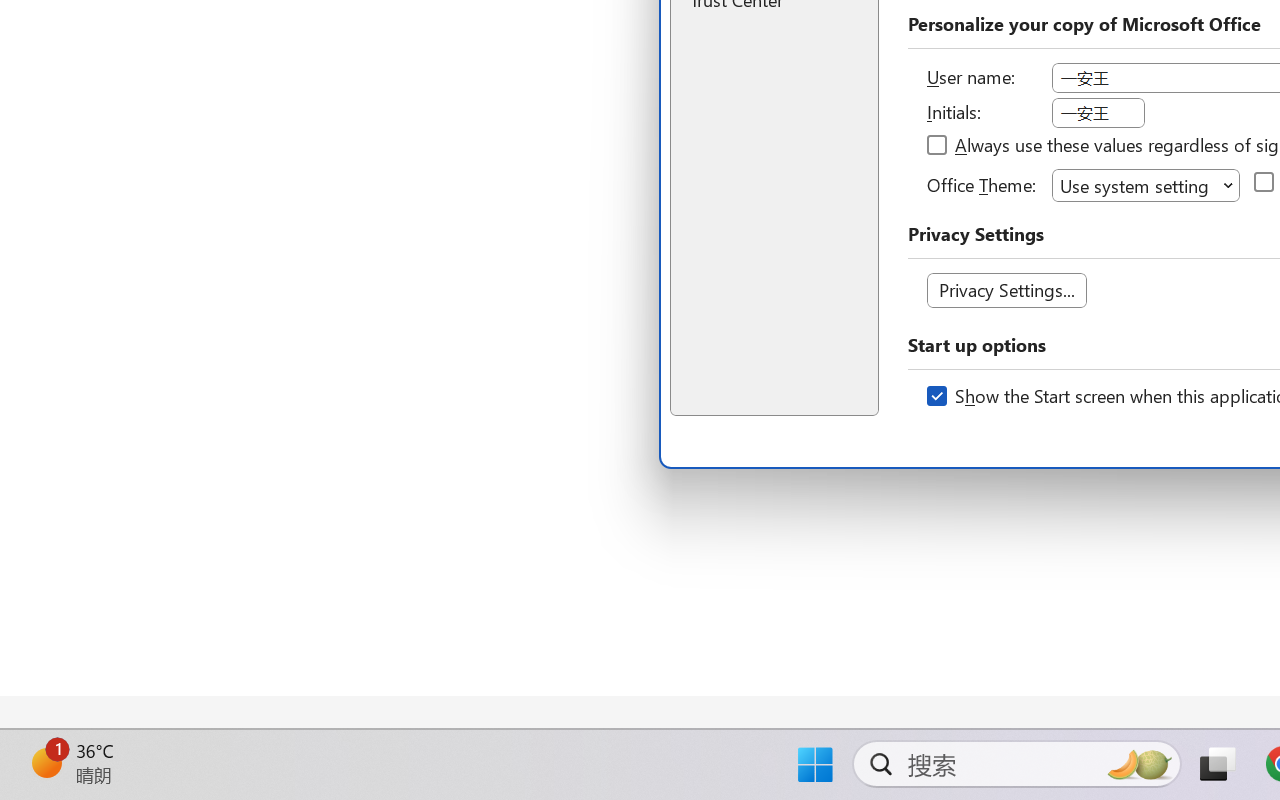 The width and height of the screenshot is (1280, 800). Describe the element at coordinates (1097, 112) in the screenshot. I see `'Initials'` at that location.